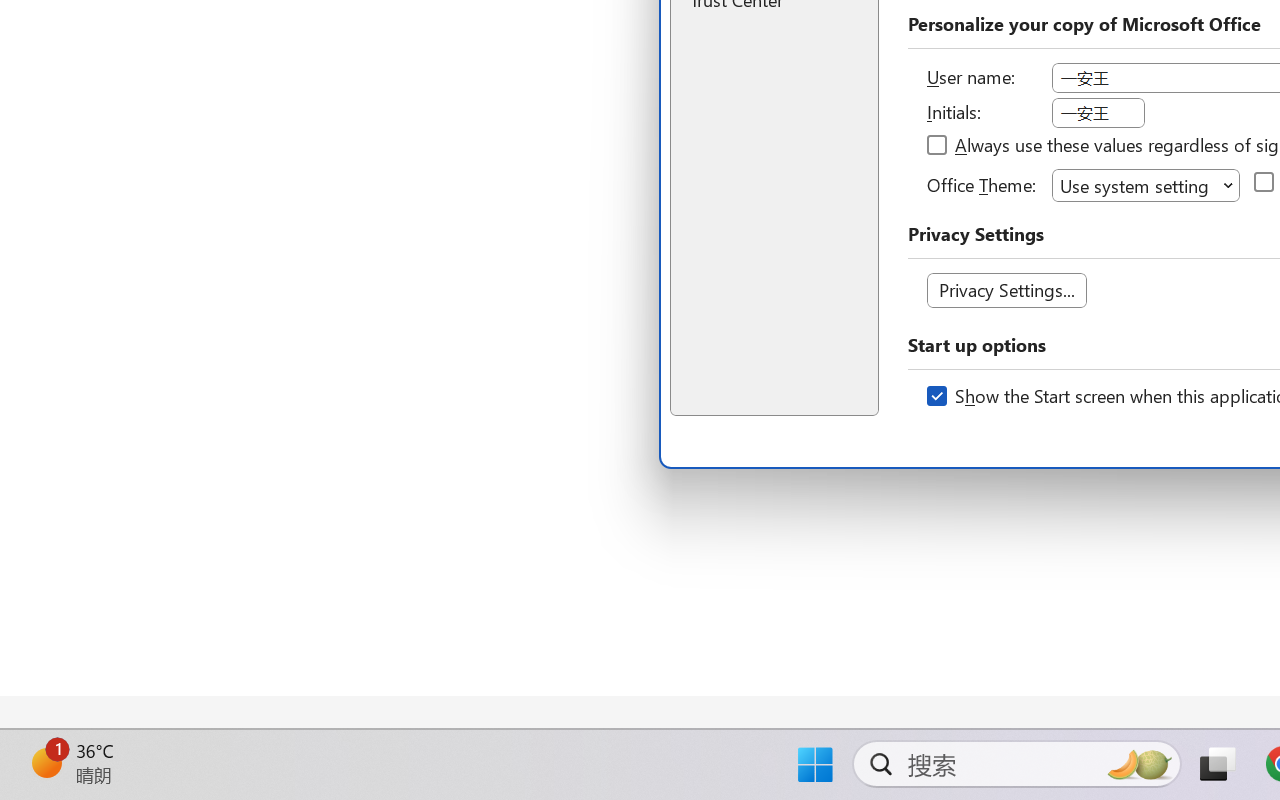 The width and height of the screenshot is (1280, 800). Describe the element at coordinates (1097, 112) in the screenshot. I see `'Initials'` at that location.